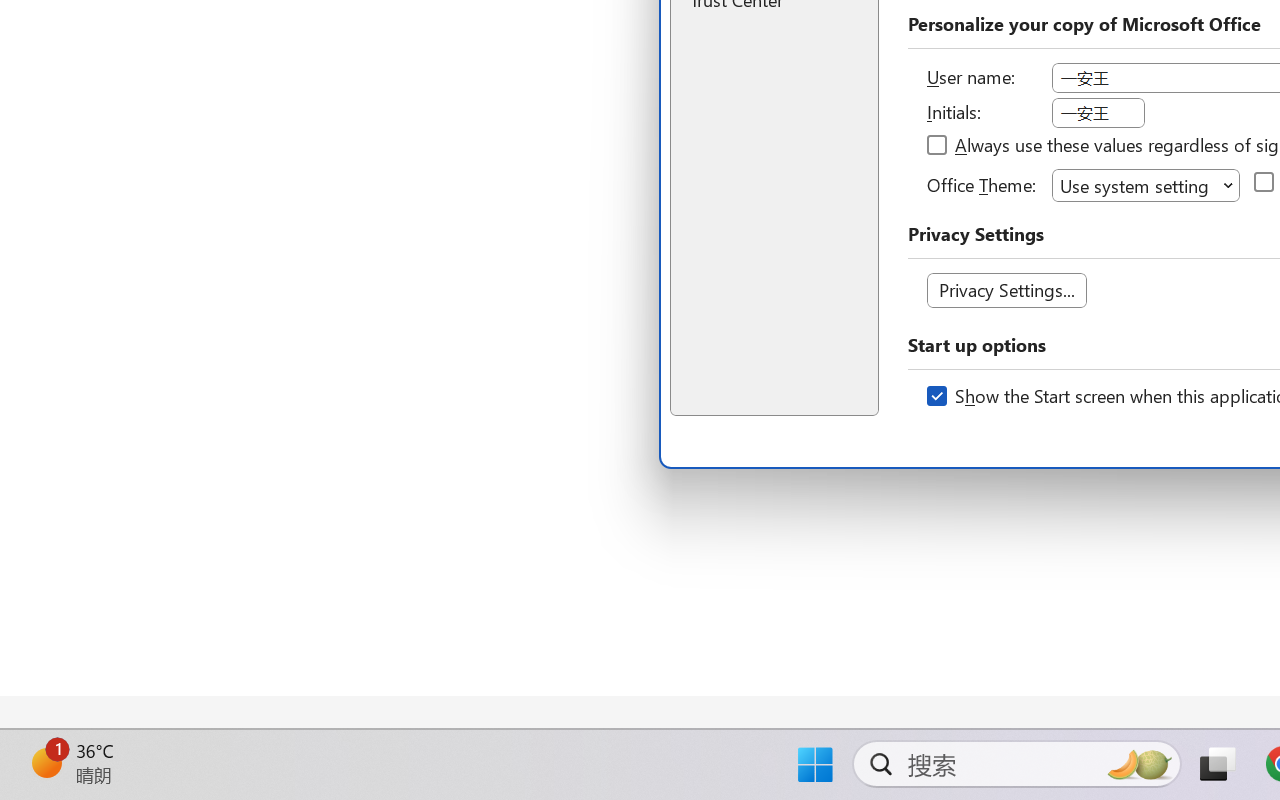 The width and height of the screenshot is (1280, 800). Describe the element at coordinates (1097, 112) in the screenshot. I see `'Initials'` at that location.